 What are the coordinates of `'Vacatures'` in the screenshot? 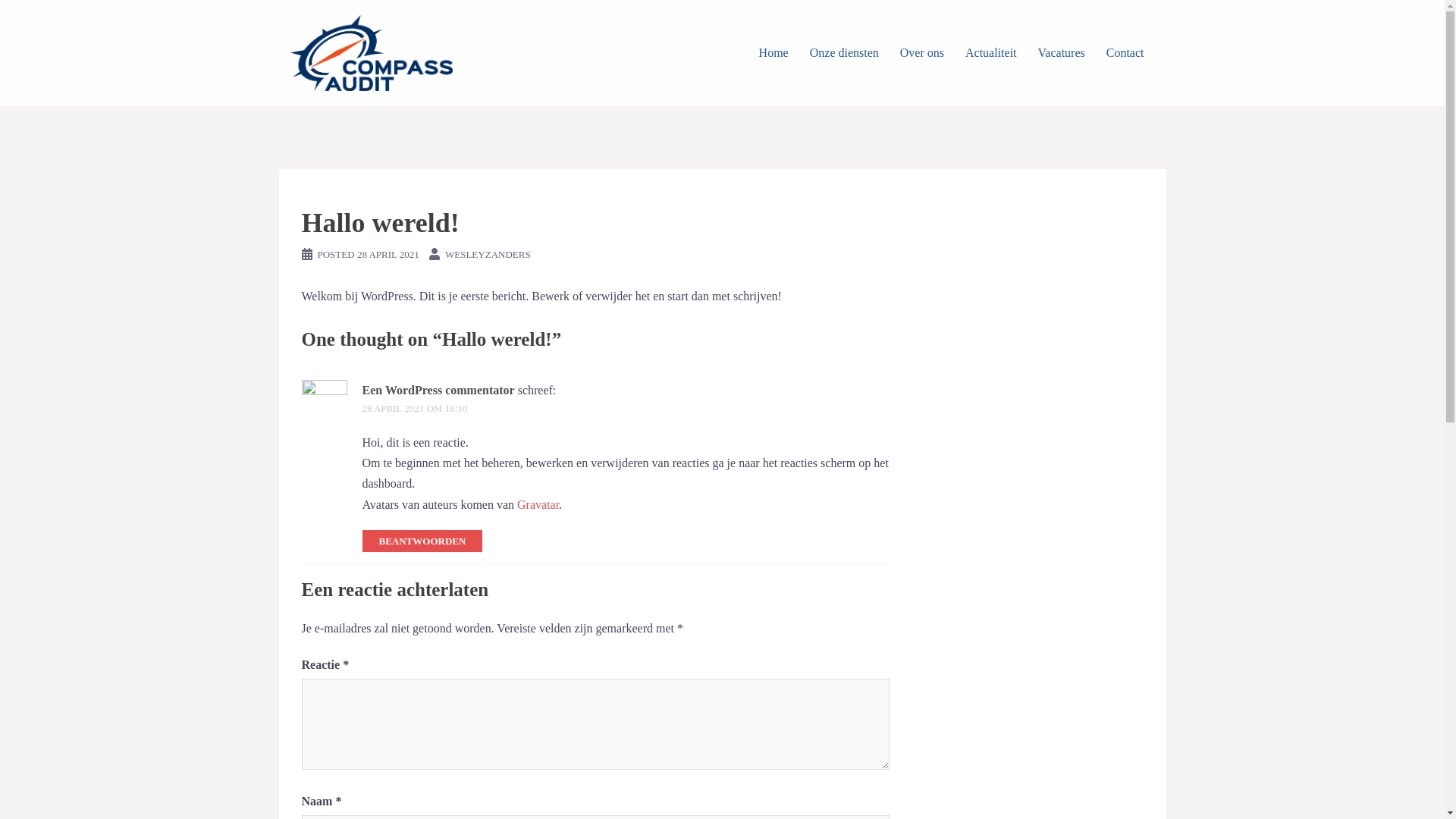 It's located at (1061, 52).